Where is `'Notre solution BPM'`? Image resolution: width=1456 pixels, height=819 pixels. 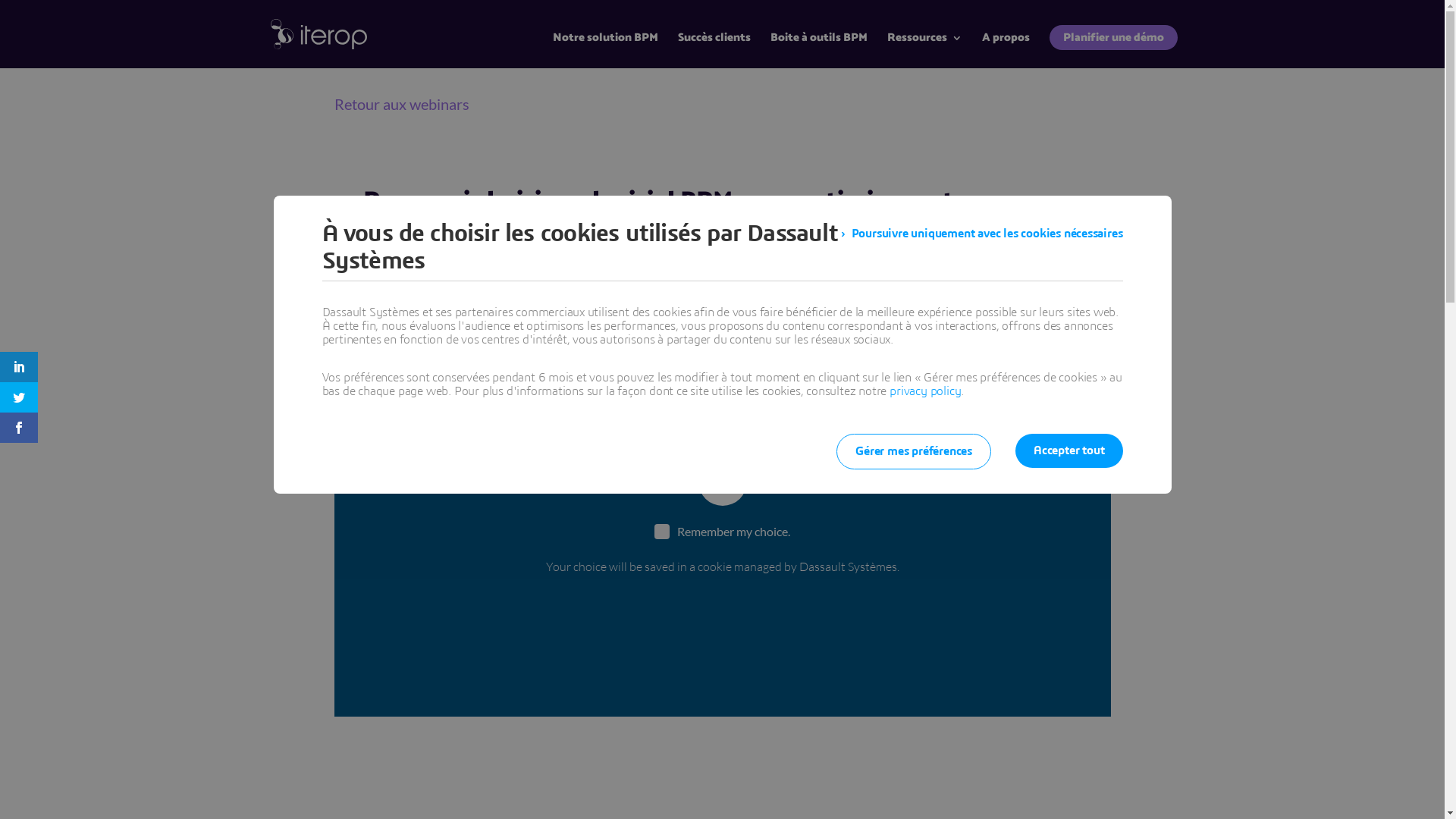 'Notre solution BPM' is located at coordinates (604, 49).